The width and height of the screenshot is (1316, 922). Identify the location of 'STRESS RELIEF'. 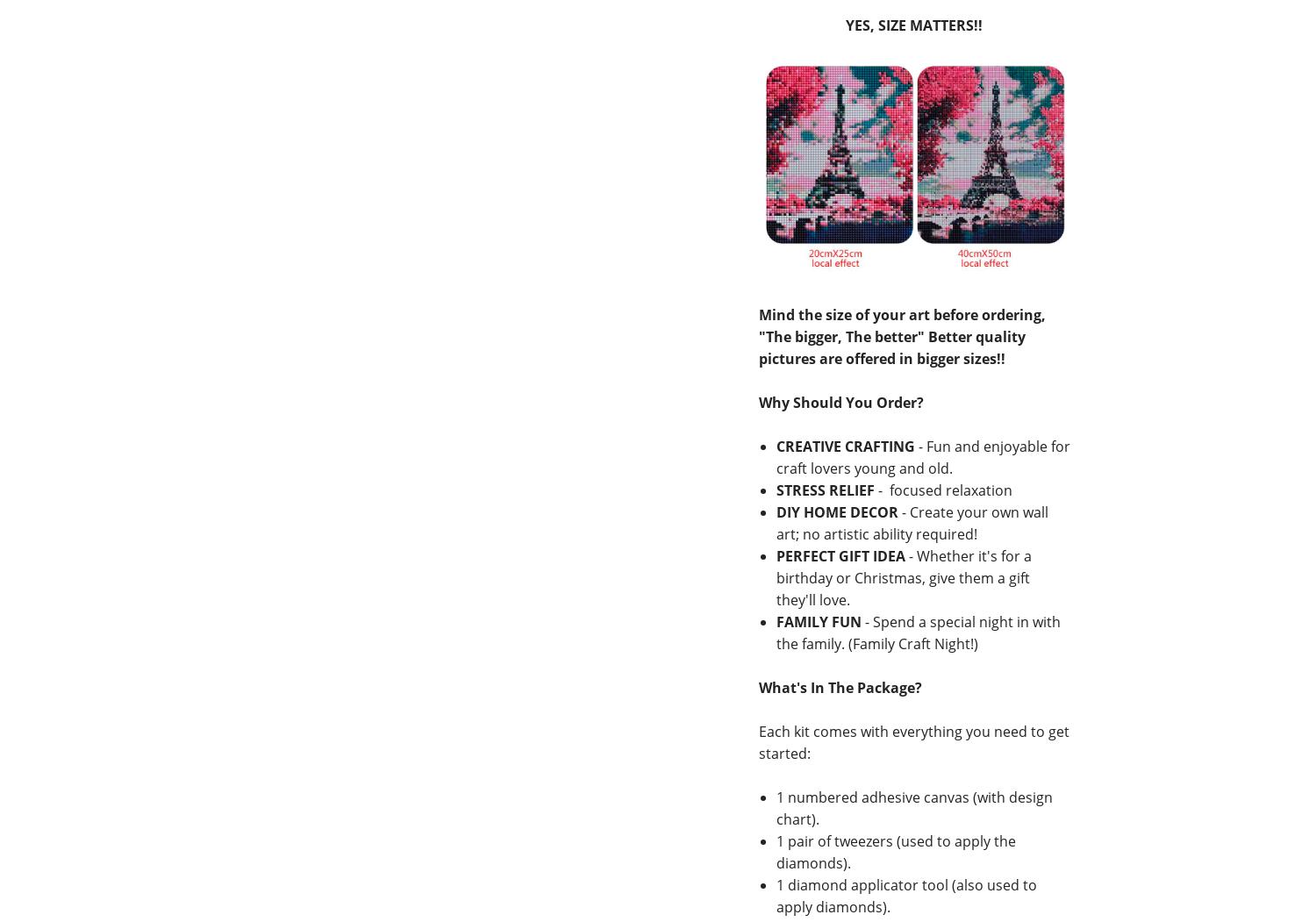
(824, 490).